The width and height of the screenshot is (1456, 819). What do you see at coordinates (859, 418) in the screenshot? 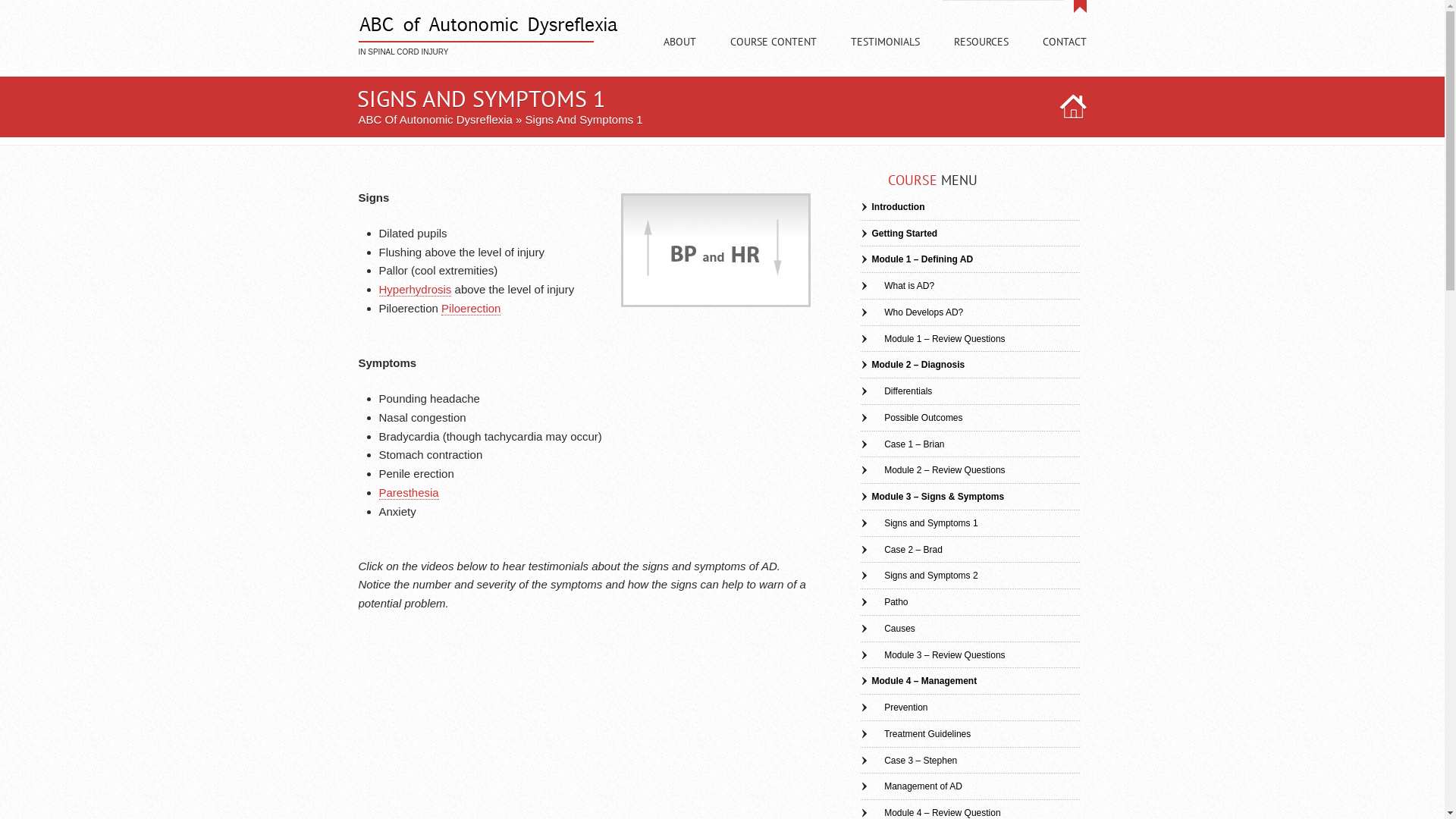
I see `'     Possible Outcomes'` at bounding box center [859, 418].